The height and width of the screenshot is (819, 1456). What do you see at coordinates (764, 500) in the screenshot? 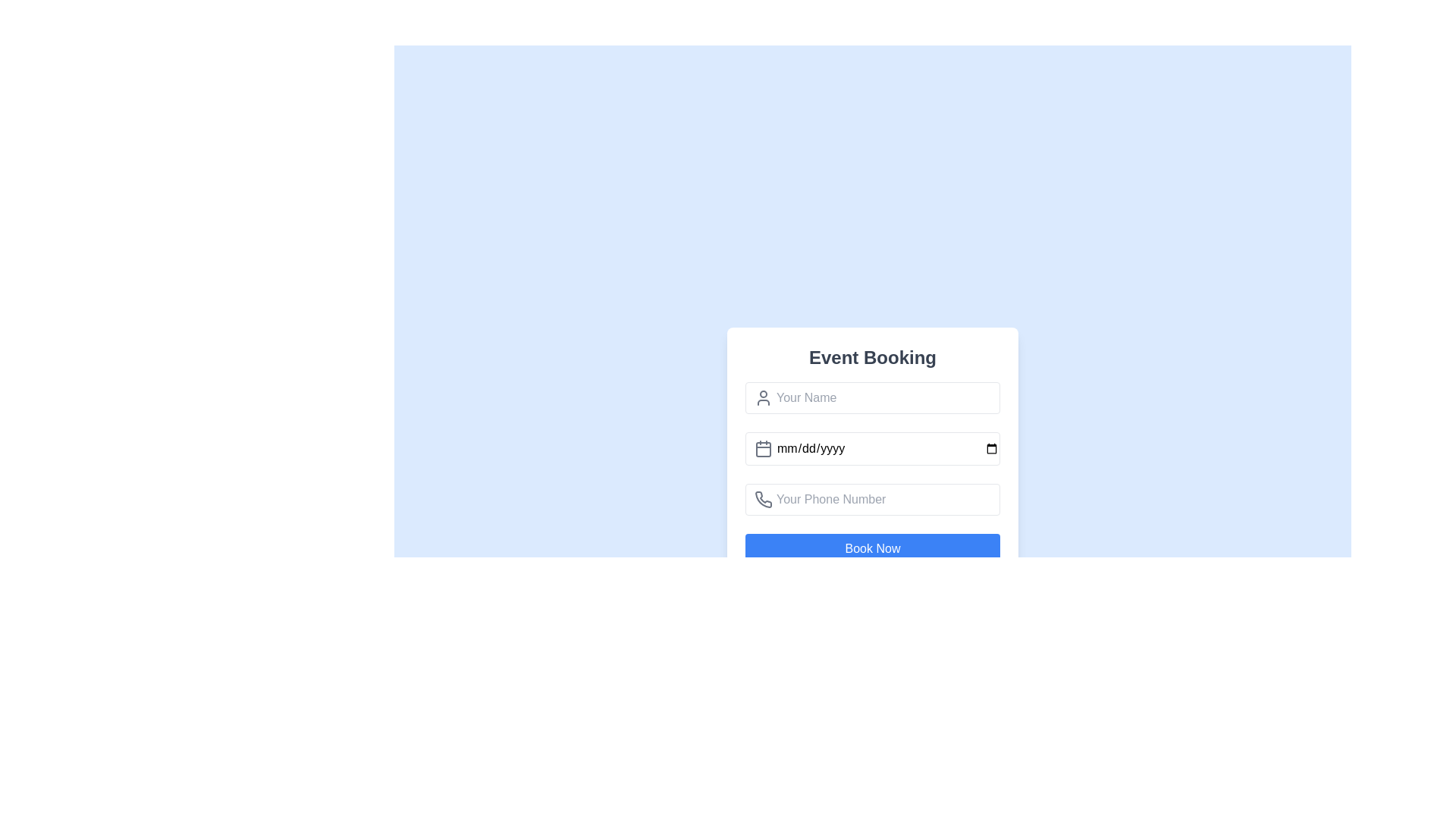
I see `the phone icon with a gray outline located to the left of the 'Your Phone Number' input field in the 'Event Booking' form` at bounding box center [764, 500].